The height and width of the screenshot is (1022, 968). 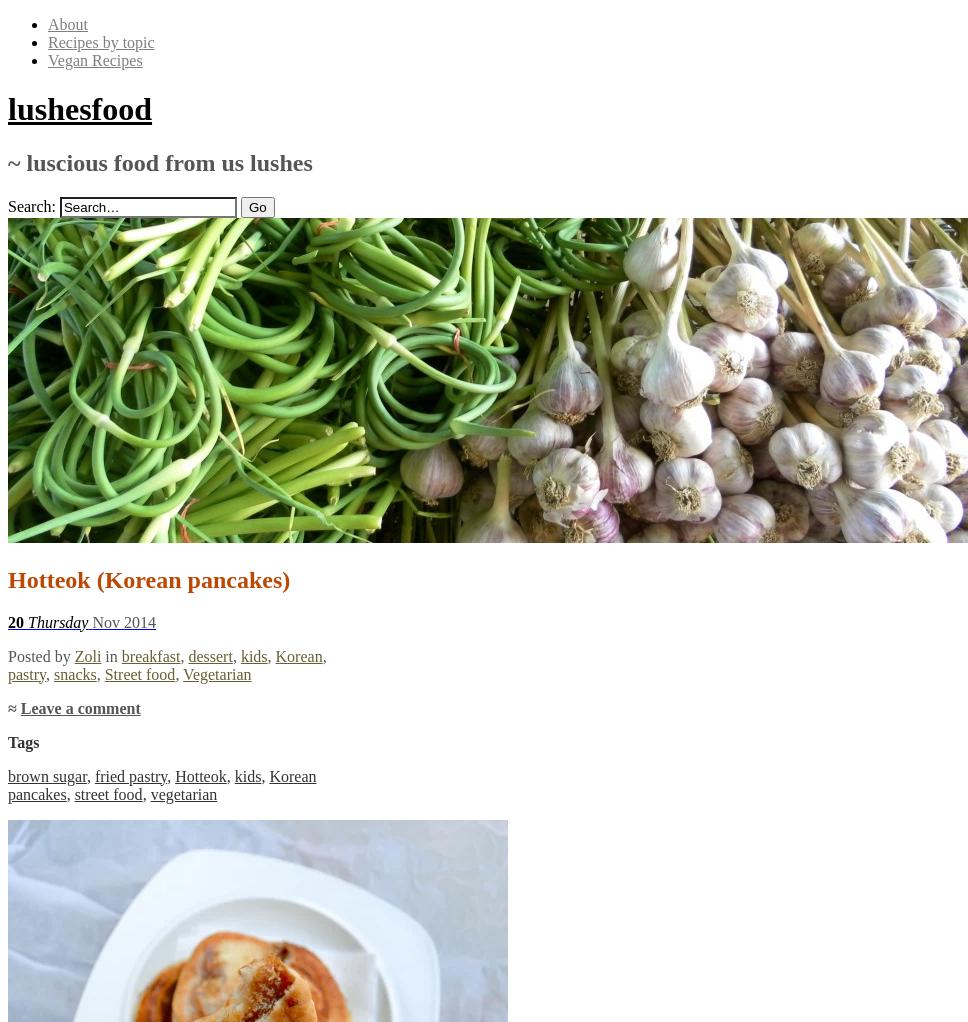 What do you see at coordinates (72, 655) in the screenshot?
I see `'Zoli'` at bounding box center [72, 655].